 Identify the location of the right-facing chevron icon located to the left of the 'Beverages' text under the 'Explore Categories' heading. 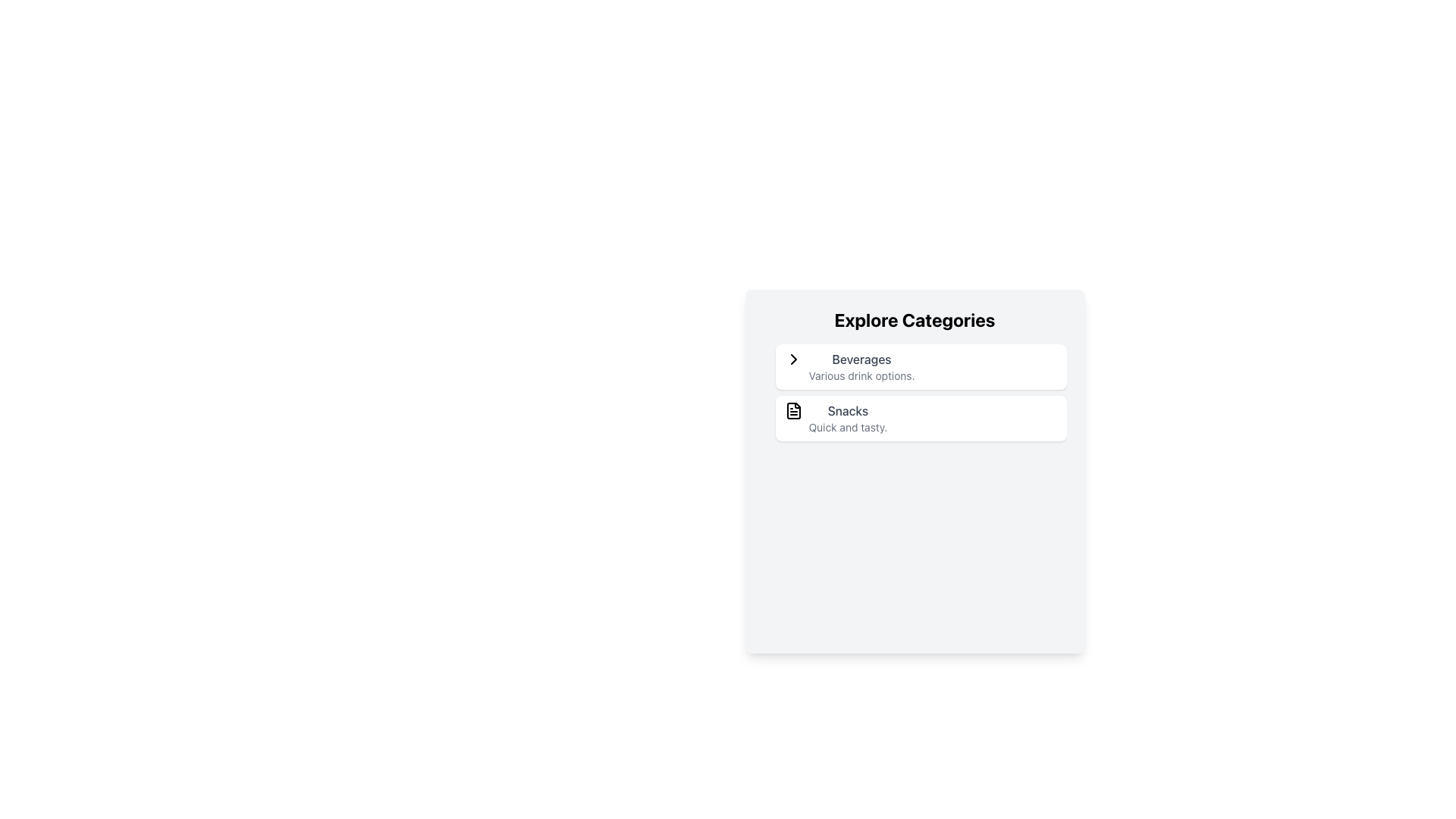
(795, 359).